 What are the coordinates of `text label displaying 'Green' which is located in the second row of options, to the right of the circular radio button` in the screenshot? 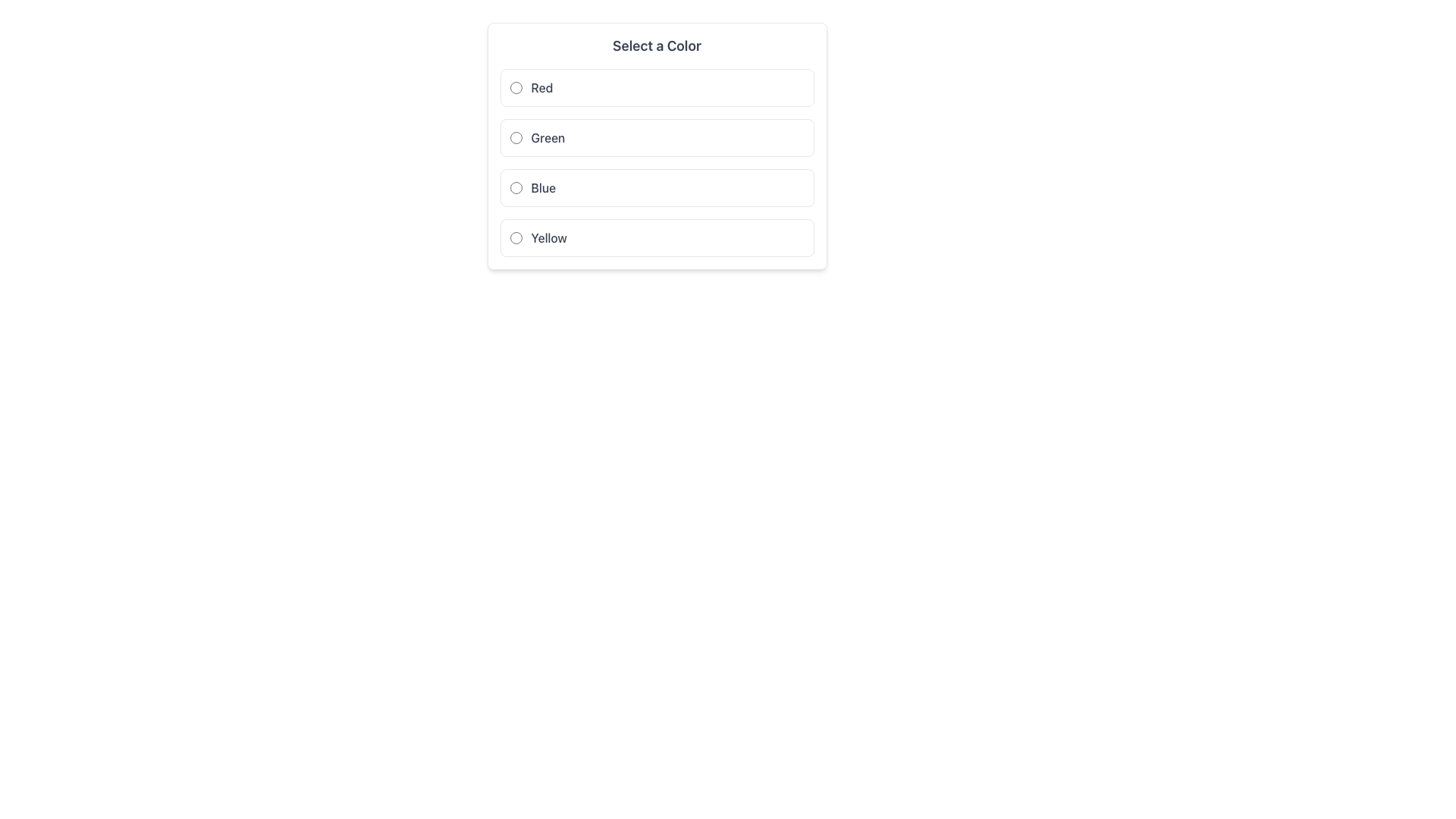 It's located at (547, 137).